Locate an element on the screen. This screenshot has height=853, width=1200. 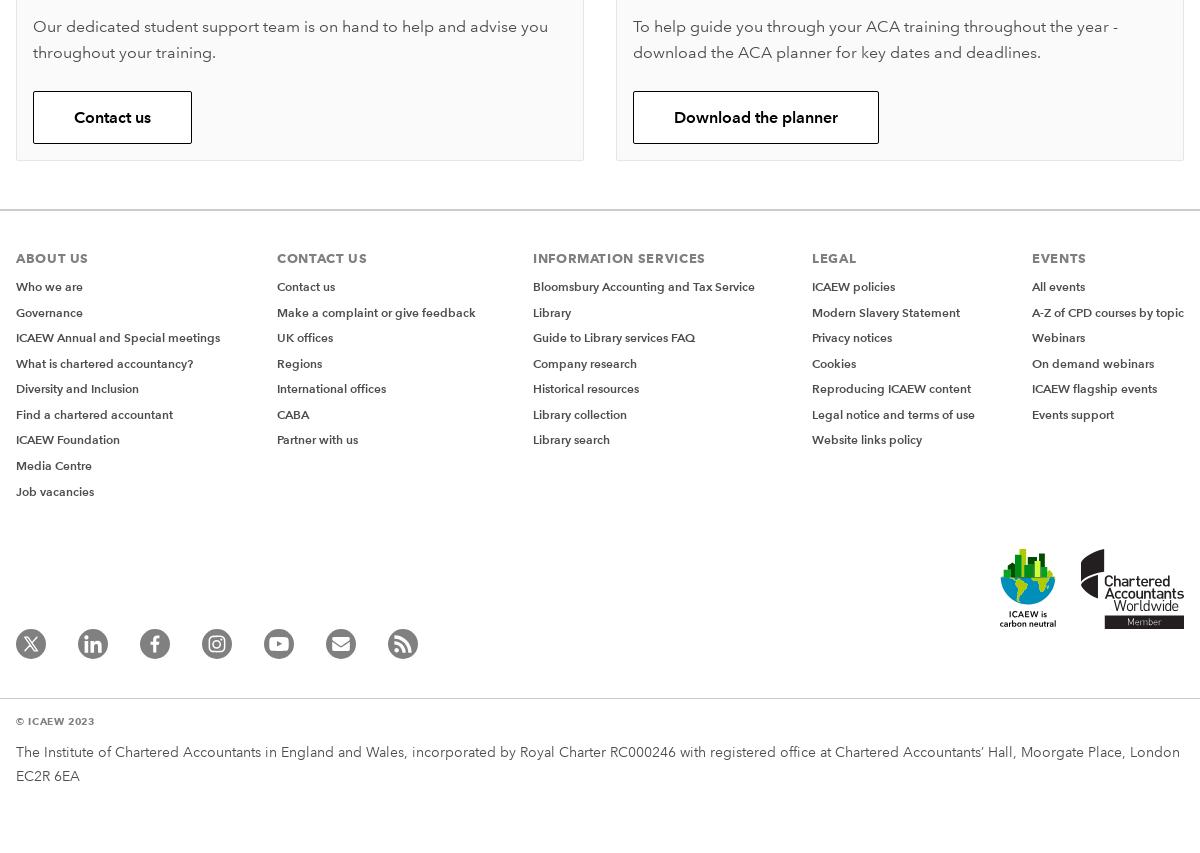
'Partner with us' is located at coordinates (317, 439).